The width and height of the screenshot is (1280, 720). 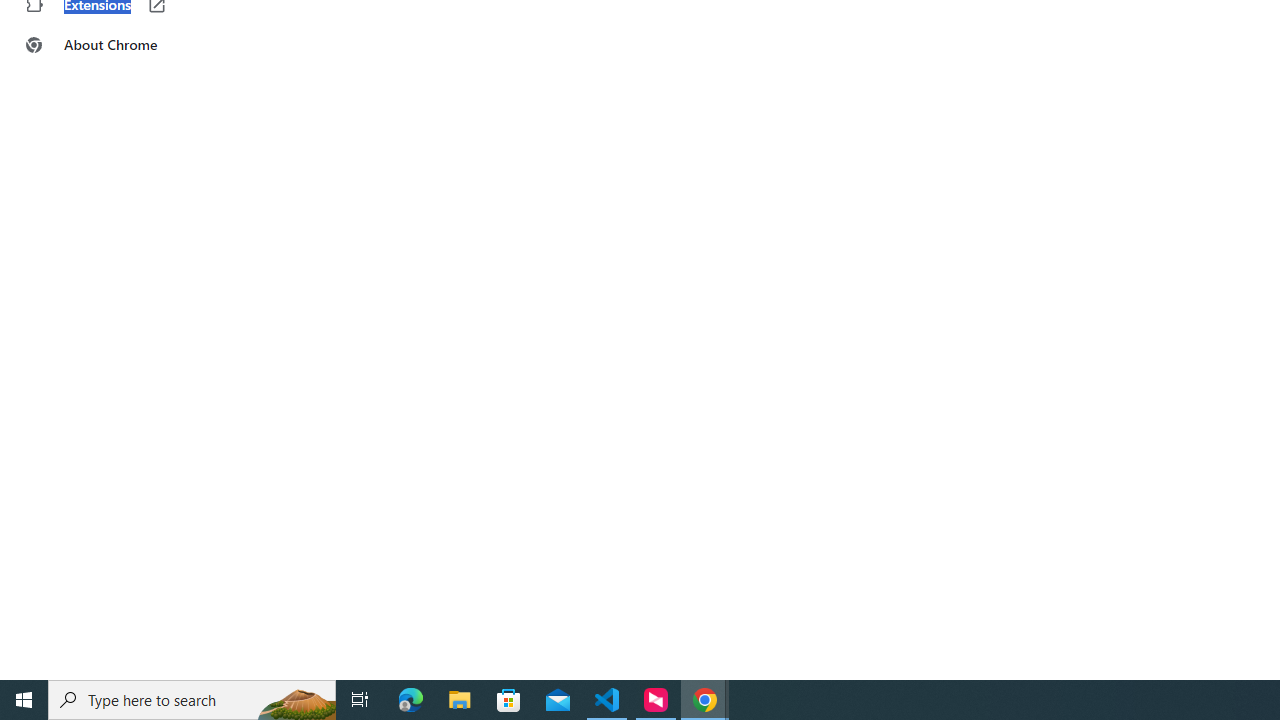 I want to click on 'About Chrome', so click(x=123, y=45).